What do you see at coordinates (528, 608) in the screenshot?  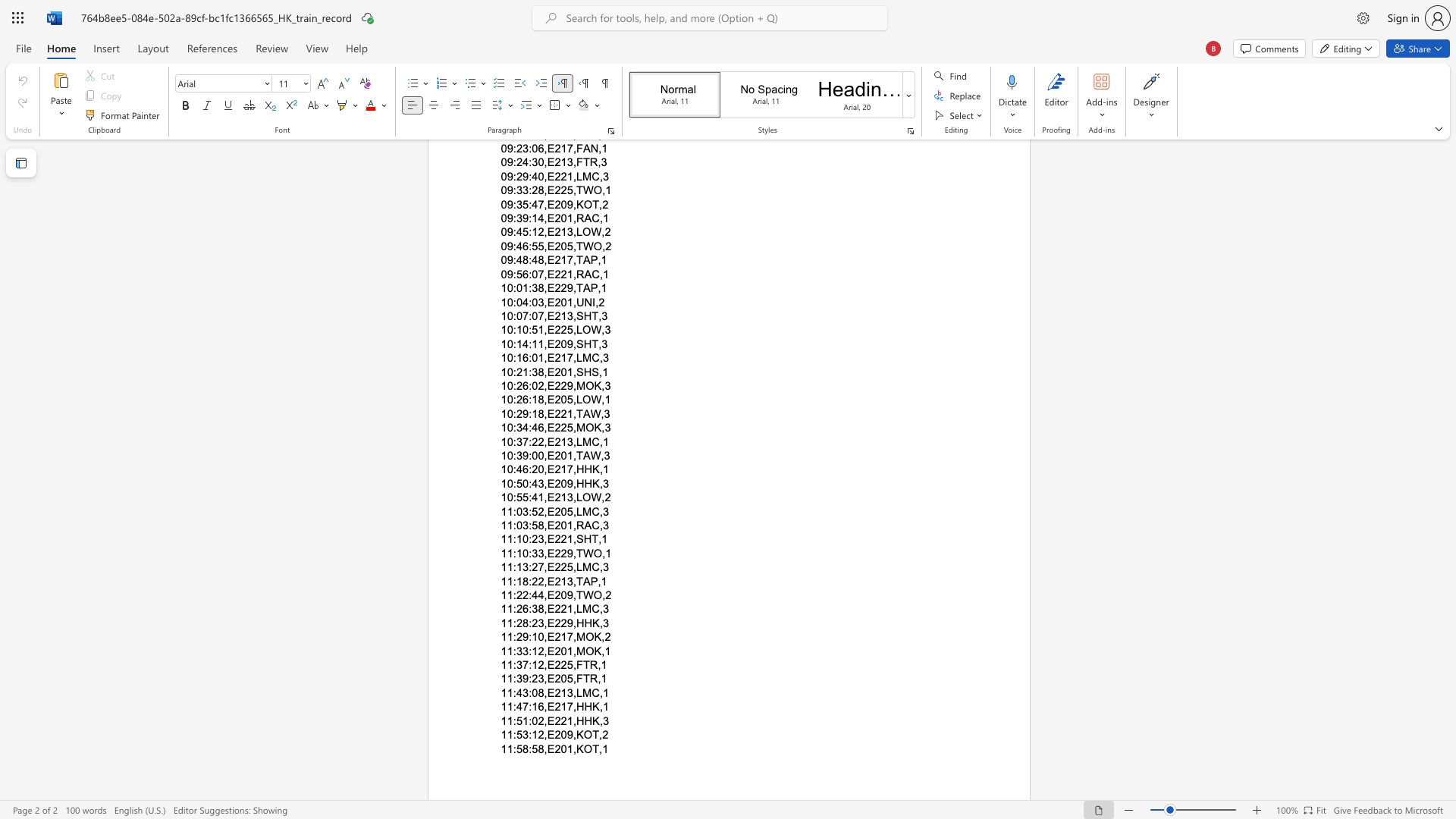 I see `the space between the continuous character "6" and ":" in the text` at bounding box center [528, 608].